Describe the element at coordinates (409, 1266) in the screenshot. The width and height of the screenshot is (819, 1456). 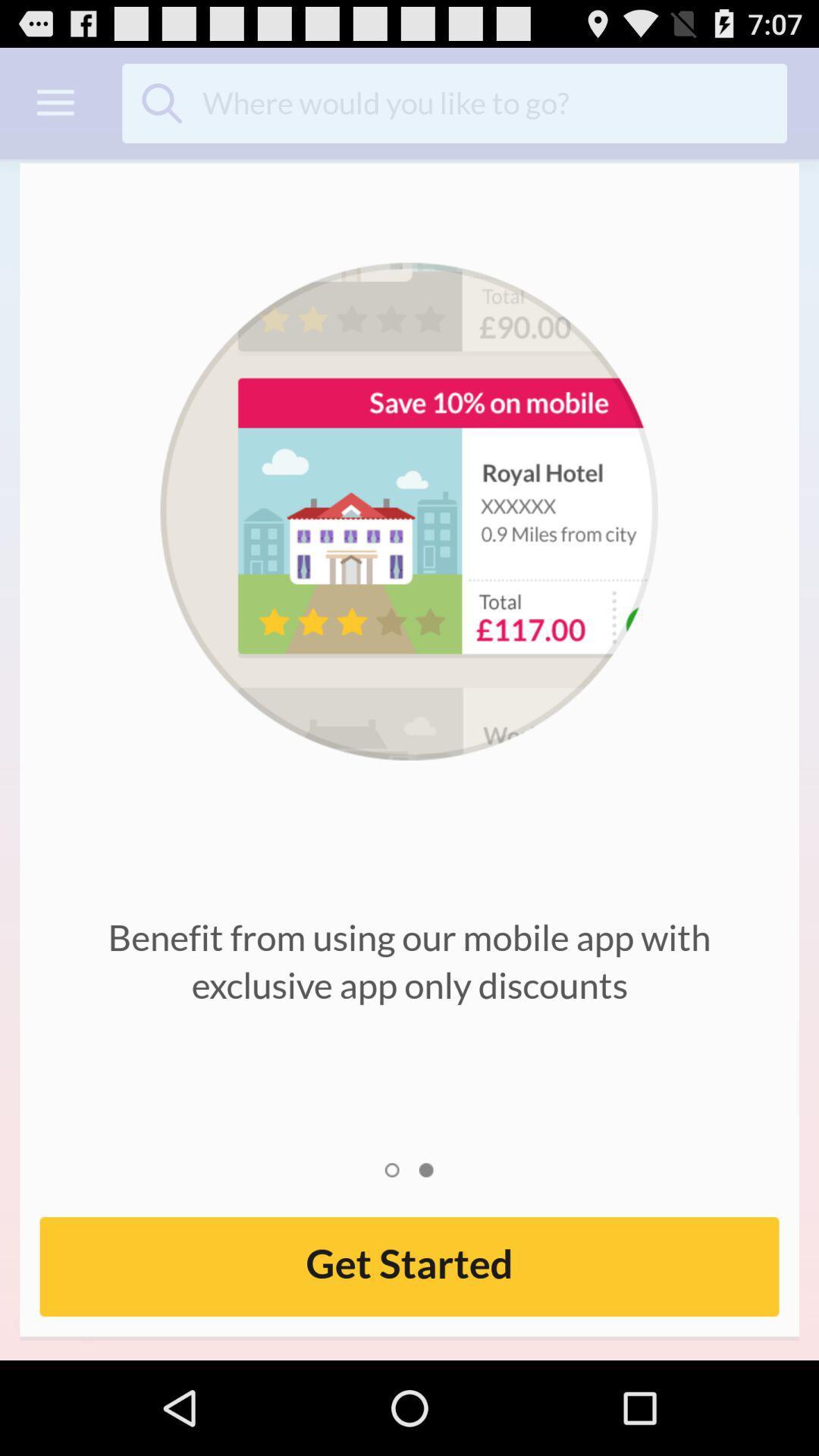
I see `get started` at that location.